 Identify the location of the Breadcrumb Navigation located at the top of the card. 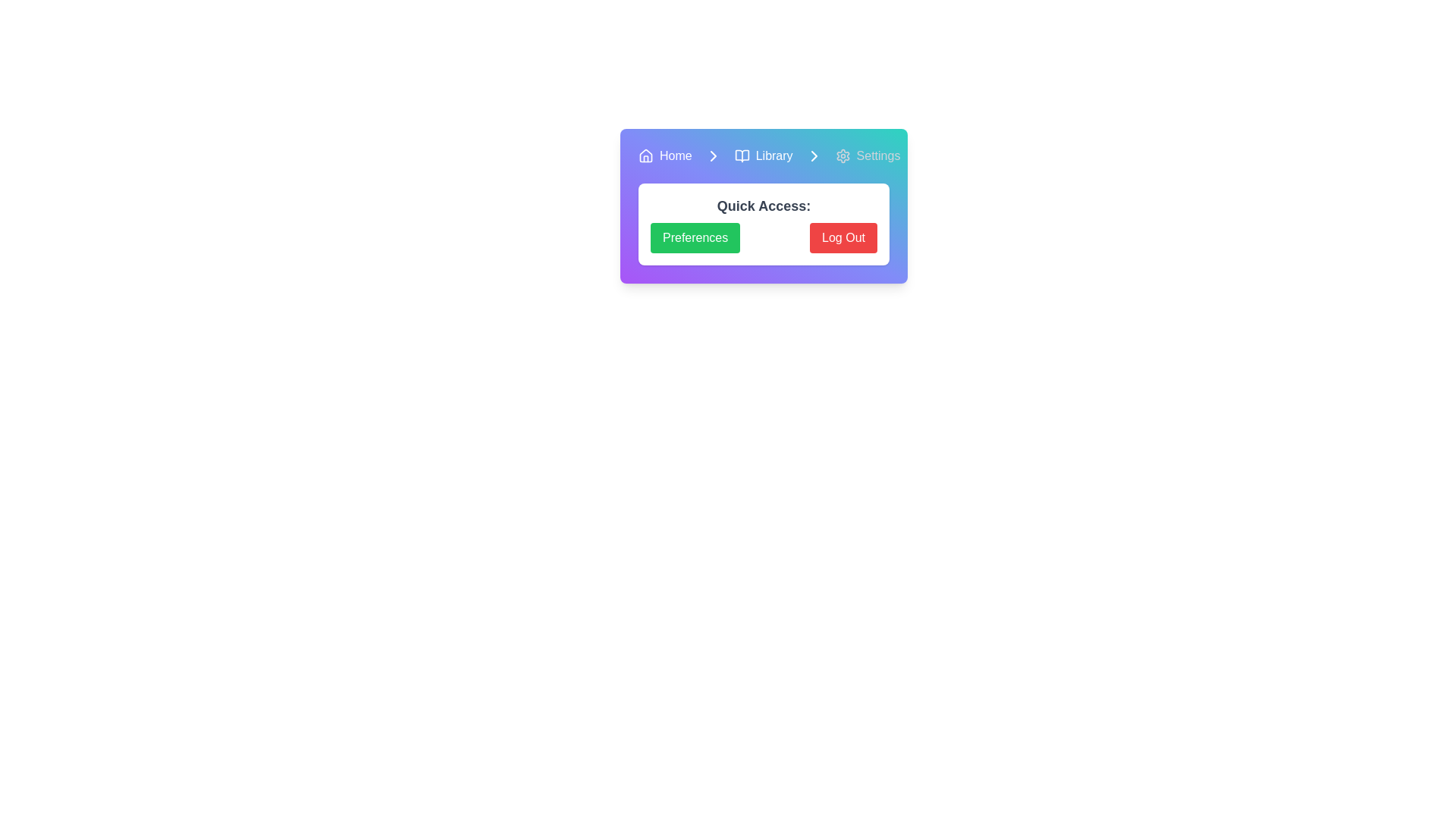
(764, 155).